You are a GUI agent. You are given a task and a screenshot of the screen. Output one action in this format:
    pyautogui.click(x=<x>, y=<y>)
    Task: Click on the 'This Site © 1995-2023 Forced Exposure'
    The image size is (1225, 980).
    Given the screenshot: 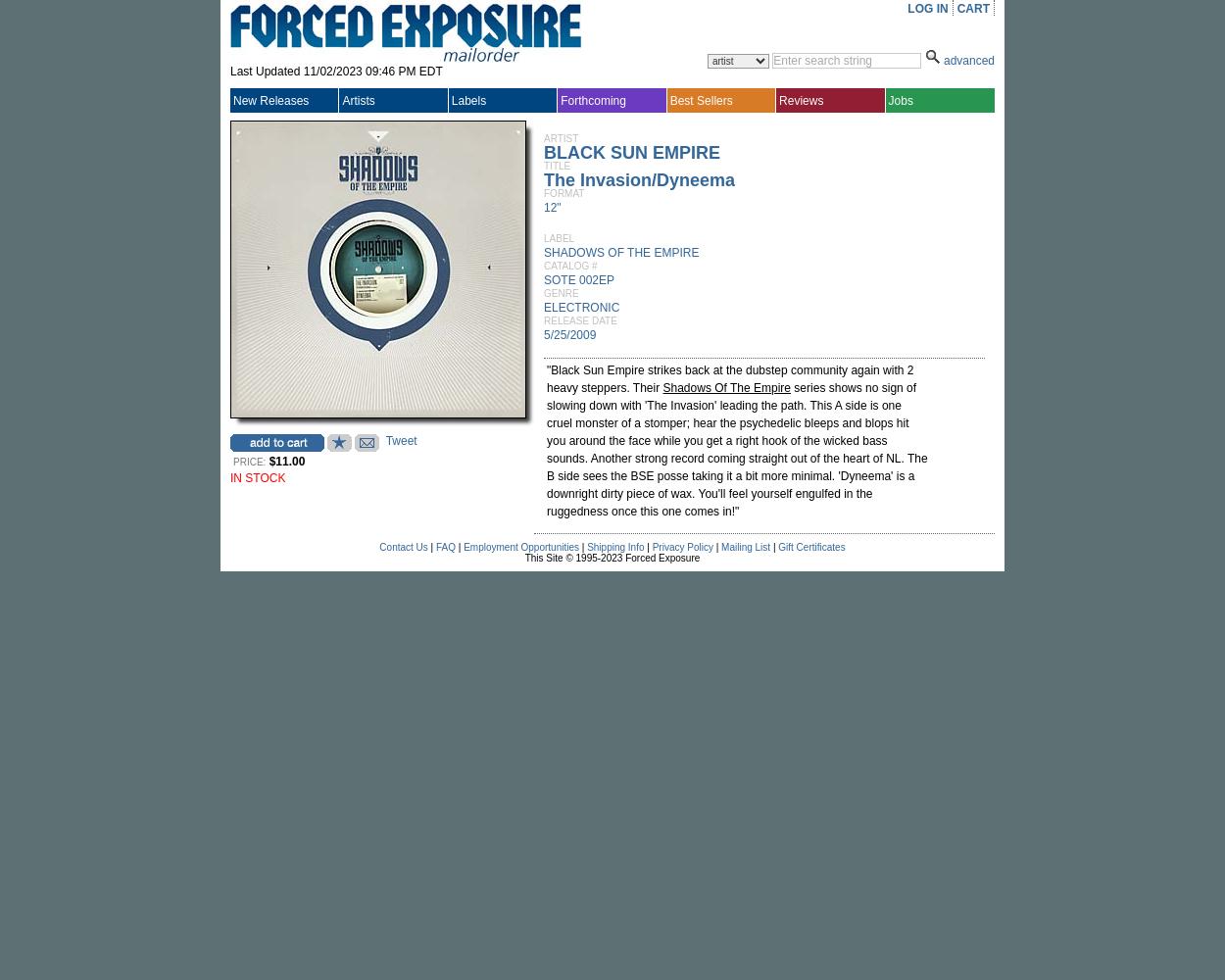 What is the action you would take?
    pyautogui.click(x=524, y=557)
    